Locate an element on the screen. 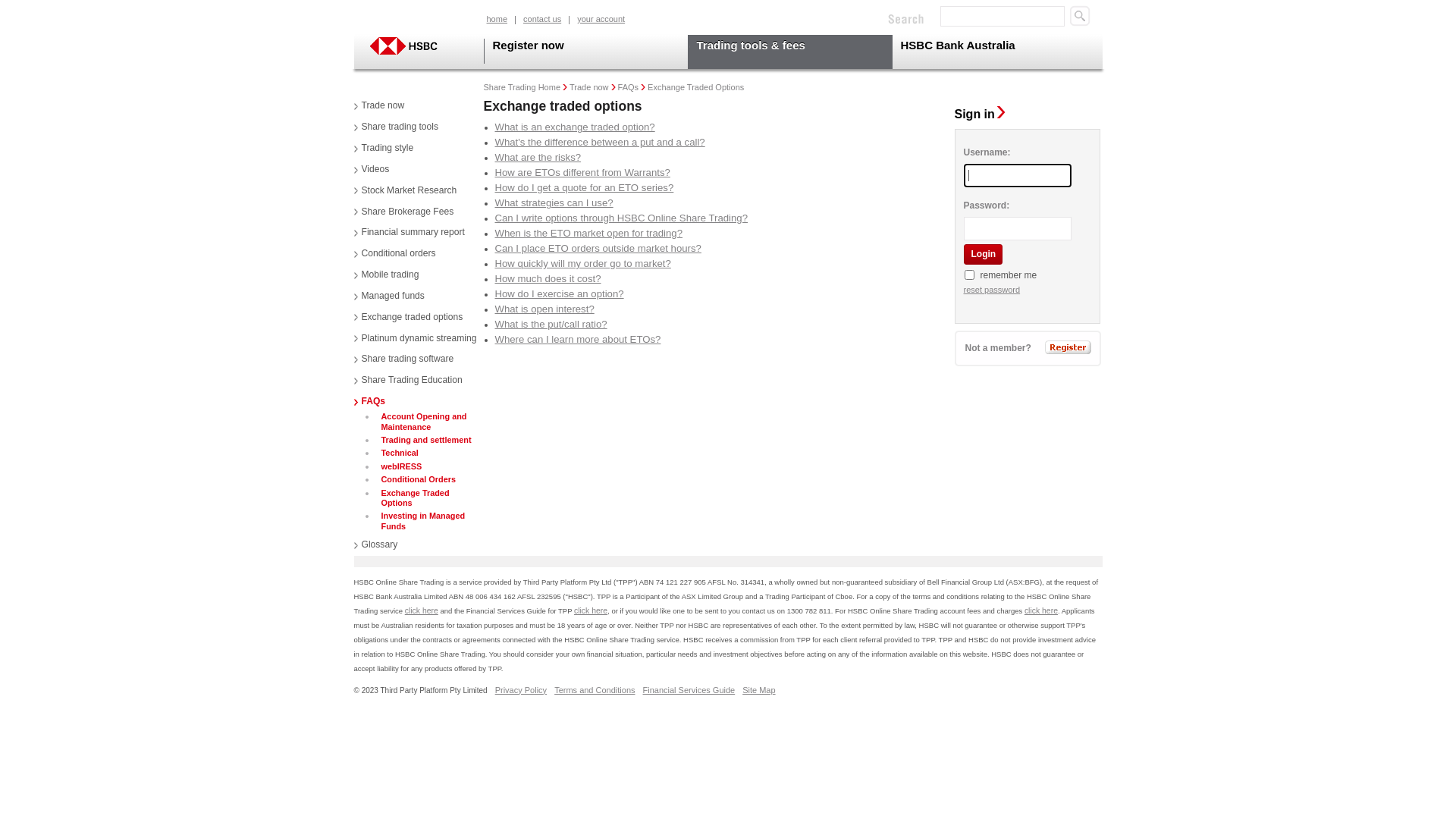 The image size is (1456, 819). 'Where can I learn more about ETOs?' is located at coordinates (576, 338).